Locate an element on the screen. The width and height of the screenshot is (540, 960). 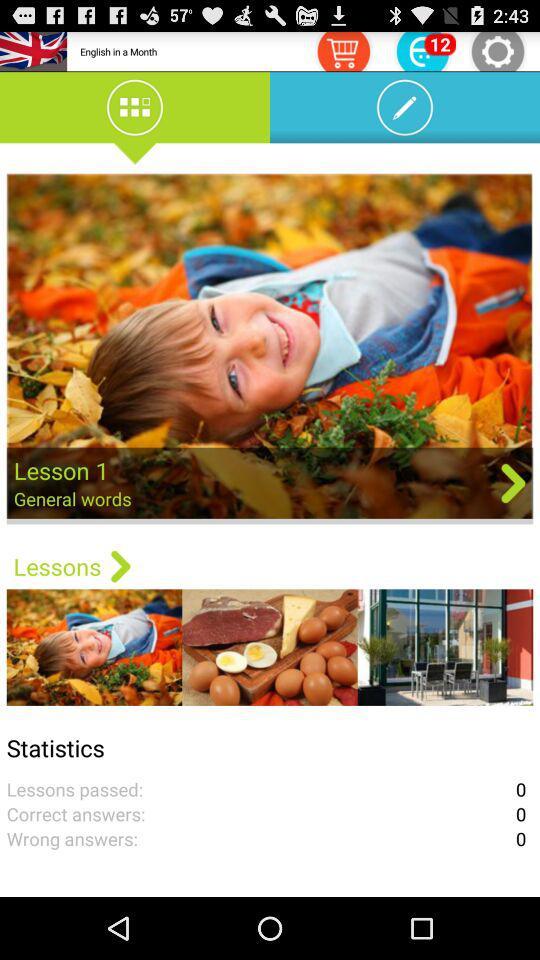
shop button is located at coordinates (342, 50).